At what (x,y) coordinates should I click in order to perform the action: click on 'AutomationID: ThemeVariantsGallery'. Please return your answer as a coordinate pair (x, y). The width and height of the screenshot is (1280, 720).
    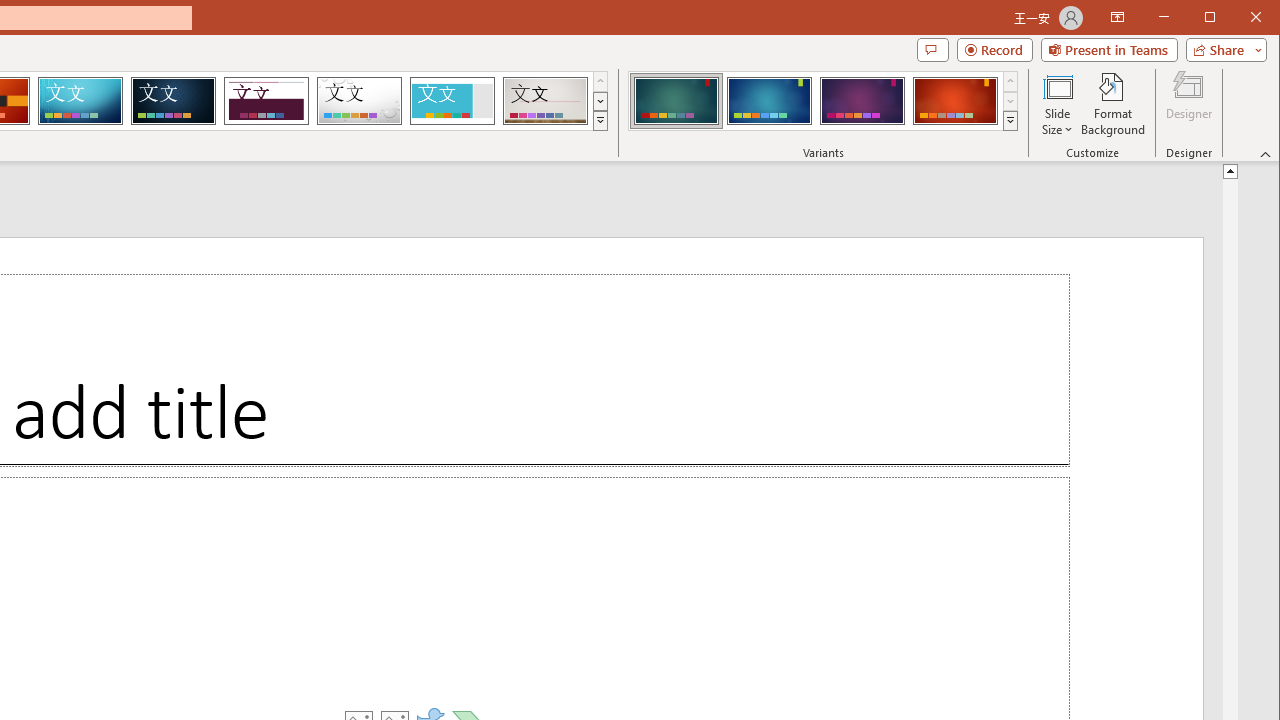
    Looking at the image, I should click on (824, 101).